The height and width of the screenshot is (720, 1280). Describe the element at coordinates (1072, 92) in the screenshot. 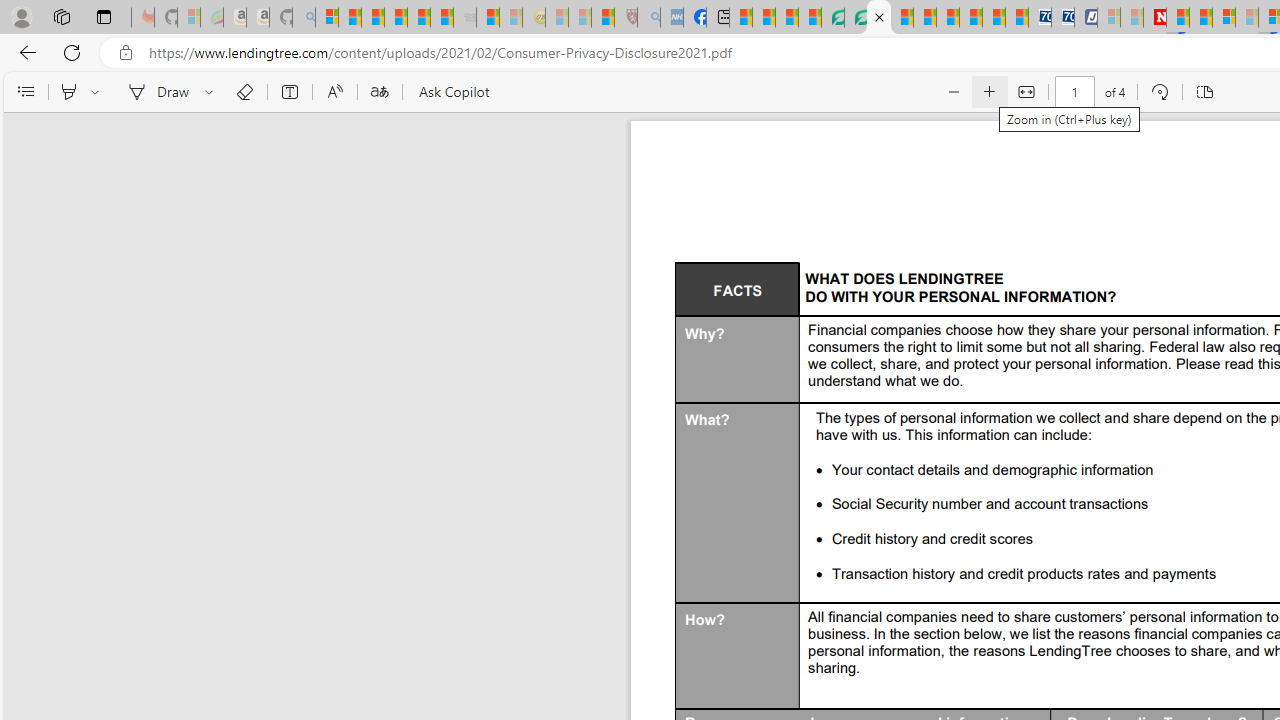

I see `'Page number'` at that location.